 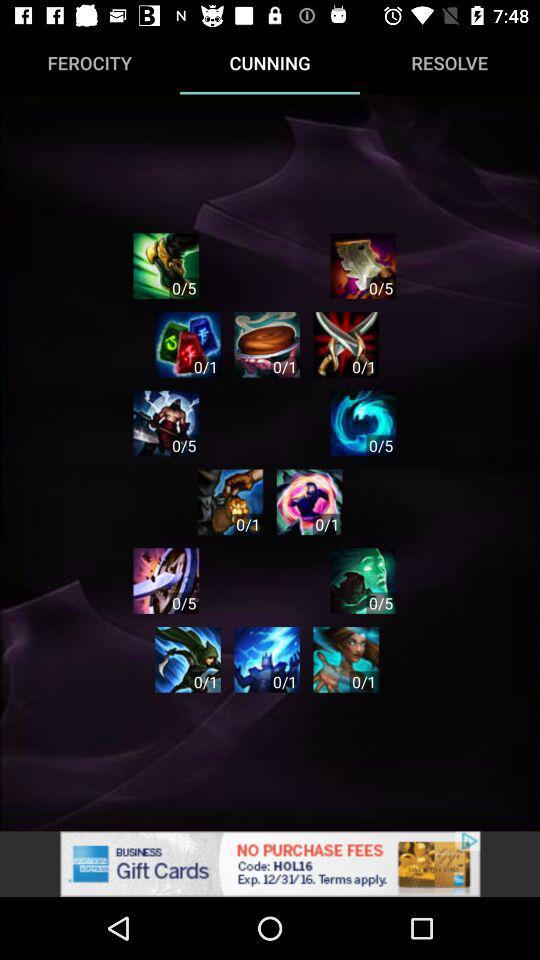 What do you see at coordinates (309, 501) in the screenshot?
I see `cunning characters` at bounding box center [309, 501].